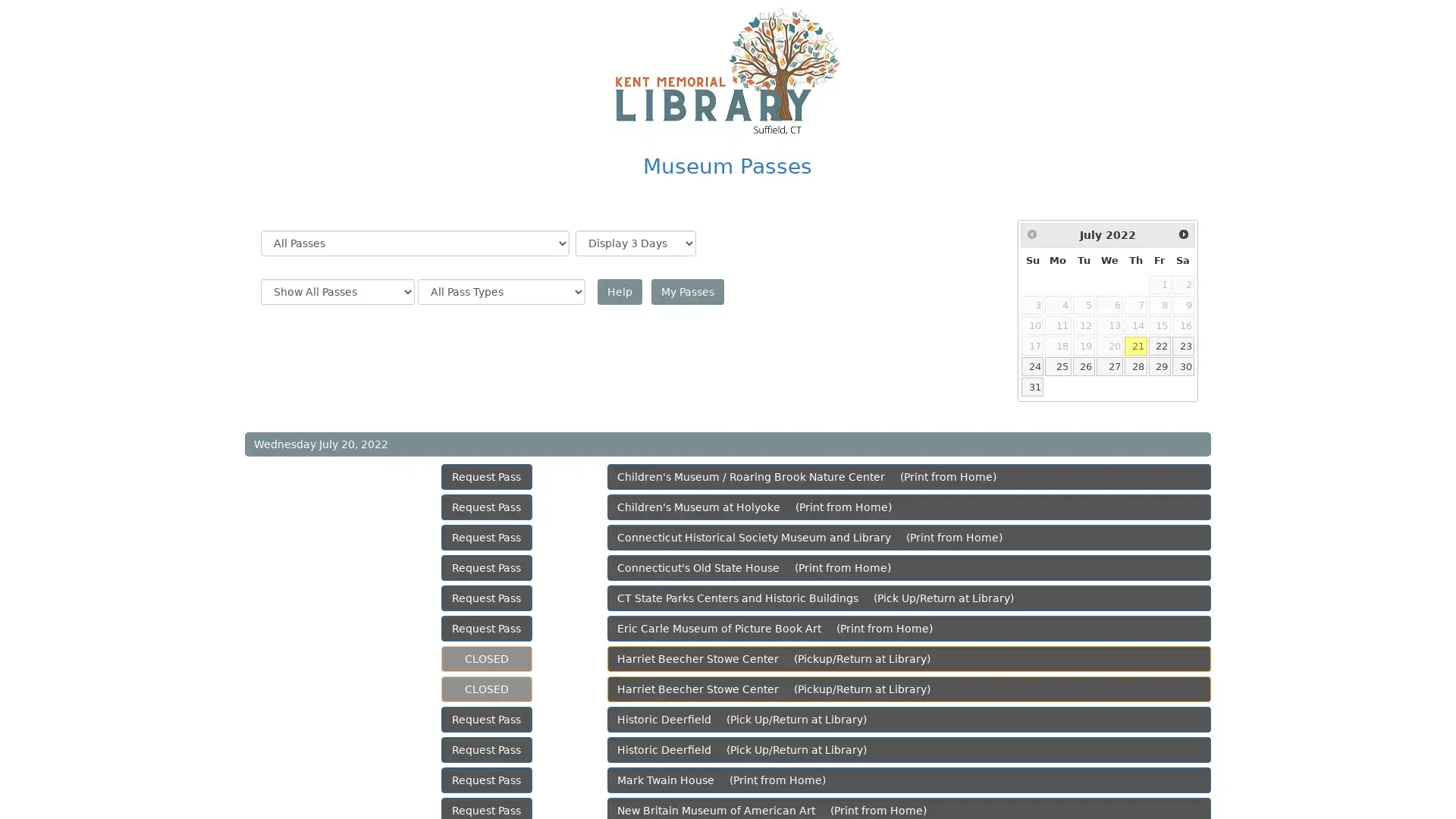 This screenshot has height=819, width=1456. Describe the element at coordinates (619, 292) in the screenshot. I see `Help` at that location.